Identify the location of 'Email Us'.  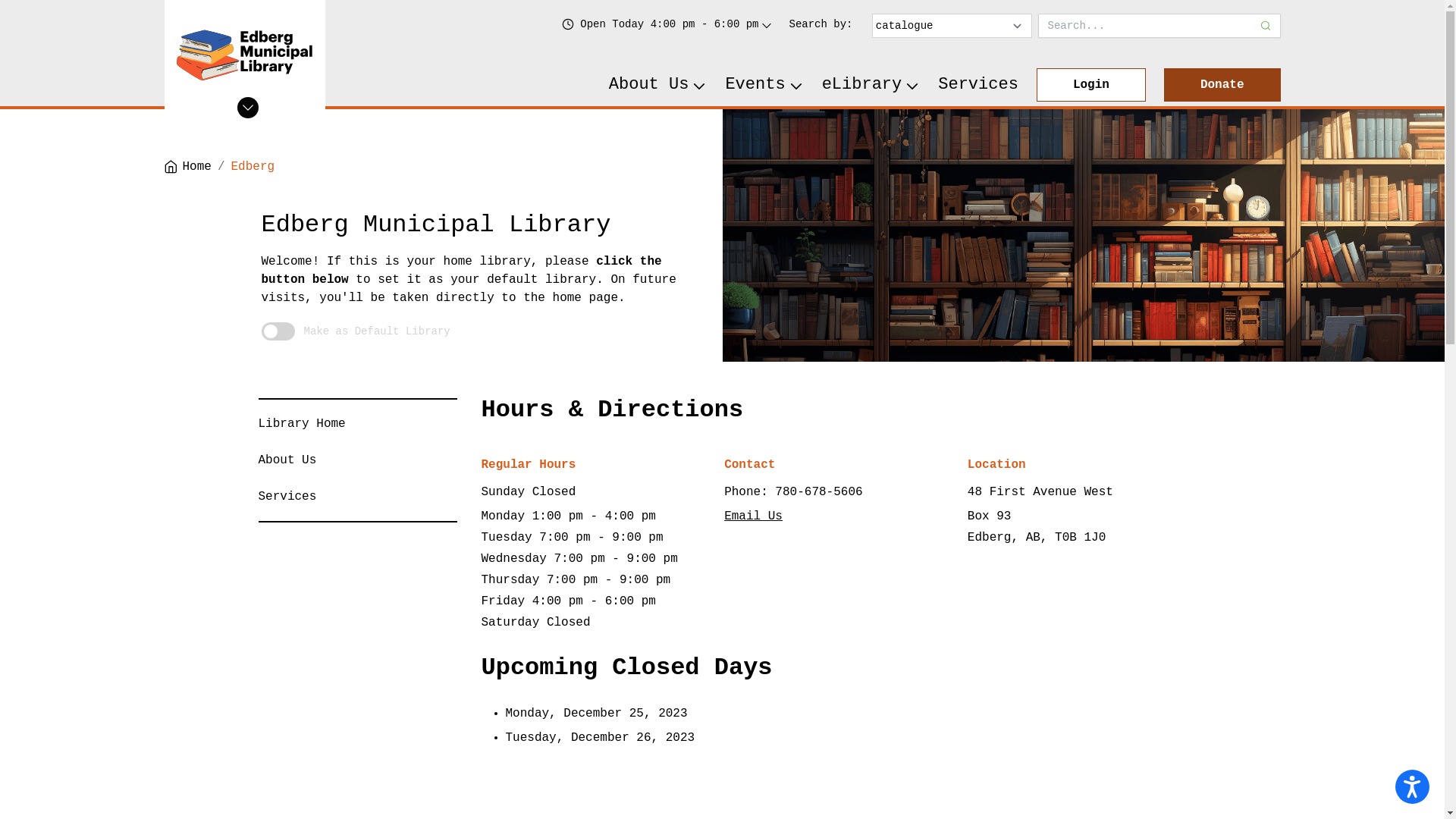
(753, 516).